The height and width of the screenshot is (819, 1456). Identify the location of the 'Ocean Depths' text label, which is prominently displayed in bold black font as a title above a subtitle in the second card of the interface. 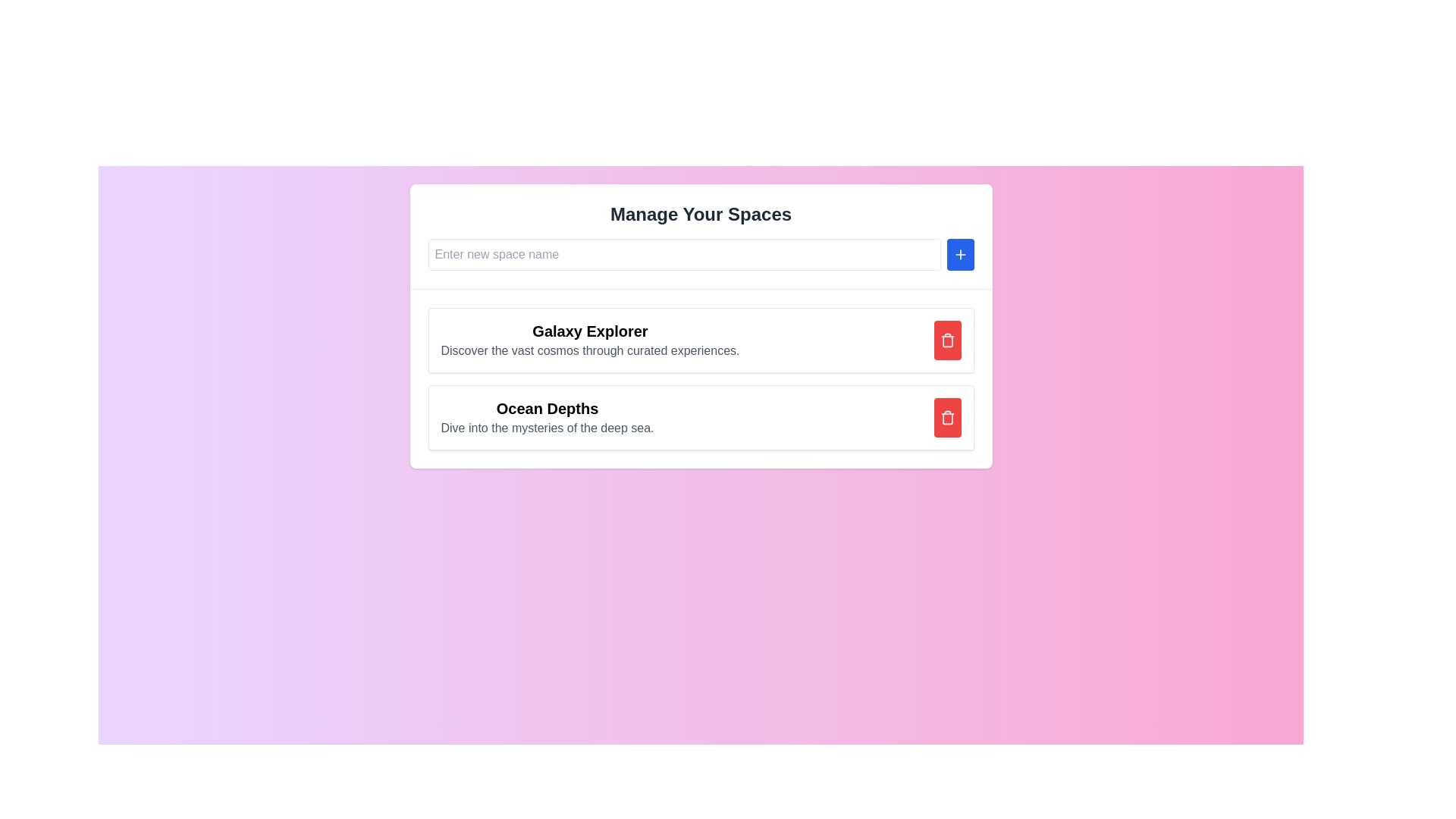
(547, 408).